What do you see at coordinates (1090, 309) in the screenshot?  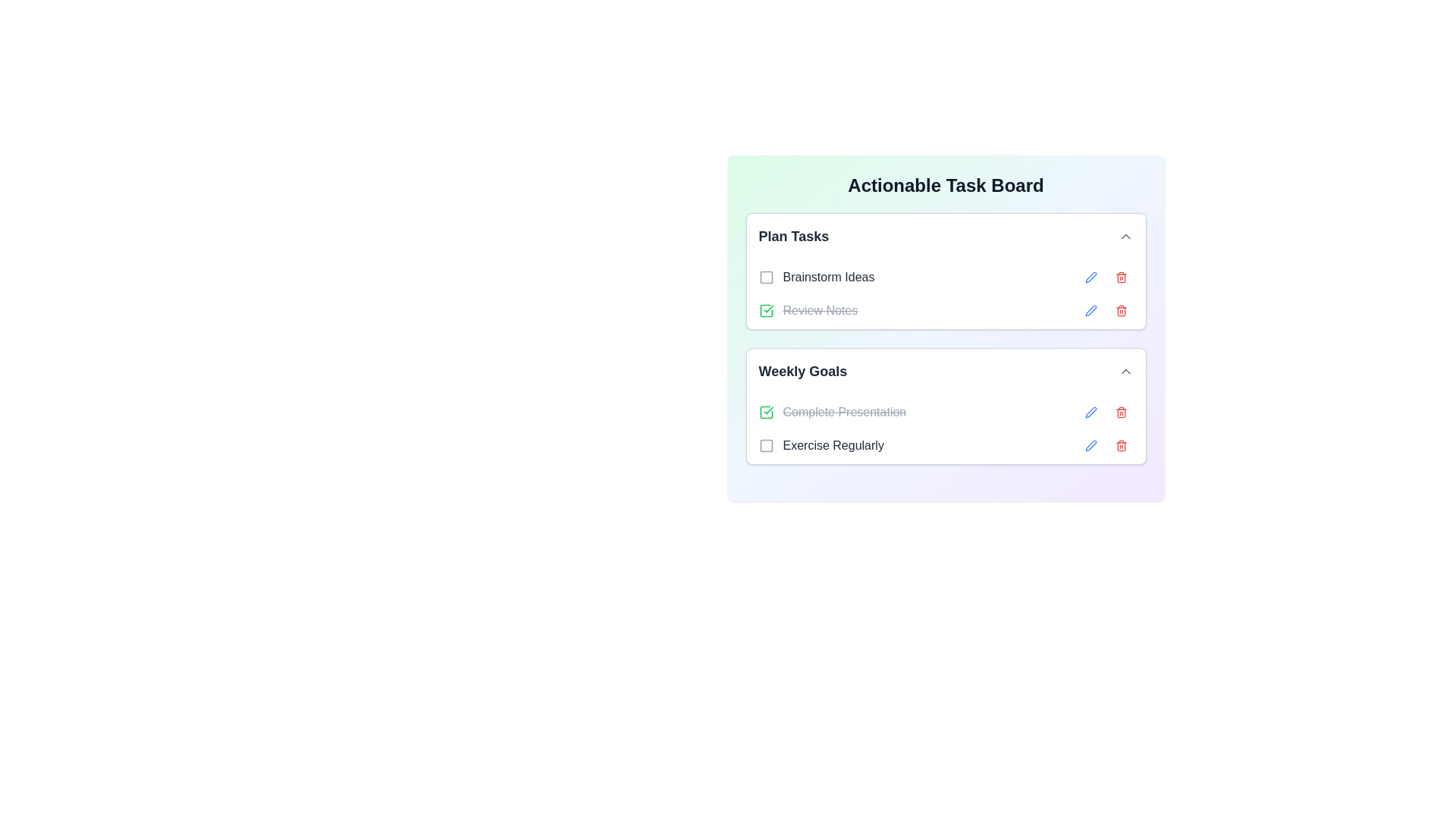 I see `the edit icon located to the far right of the 'Review Notes' list item in the 'Plan Tasks' section` at bounding box center [1090, 309].